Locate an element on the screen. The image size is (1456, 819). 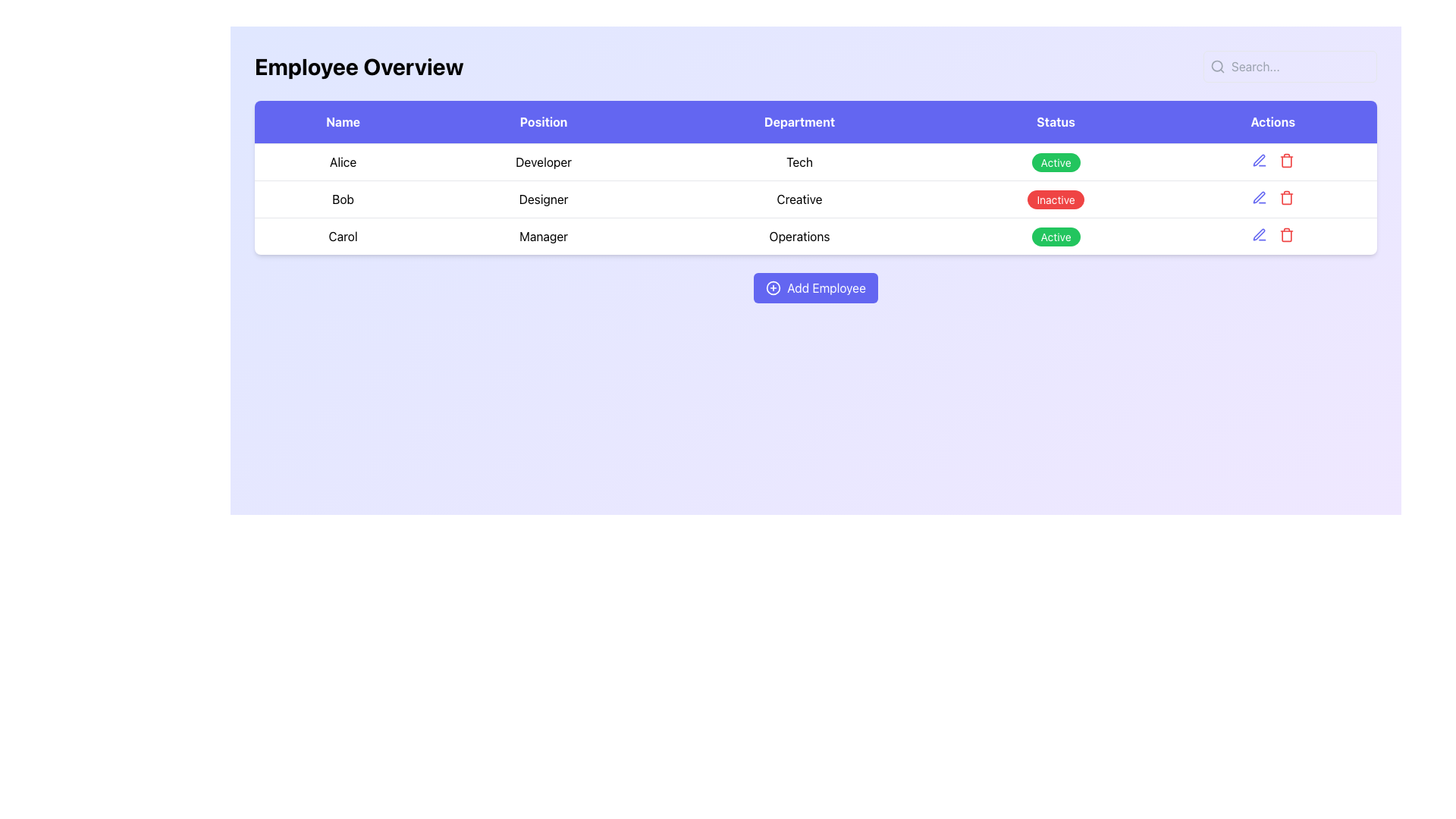
the circular part of the search icon located in the upper-right corner of the interface is located at coordinates (1217, 65).